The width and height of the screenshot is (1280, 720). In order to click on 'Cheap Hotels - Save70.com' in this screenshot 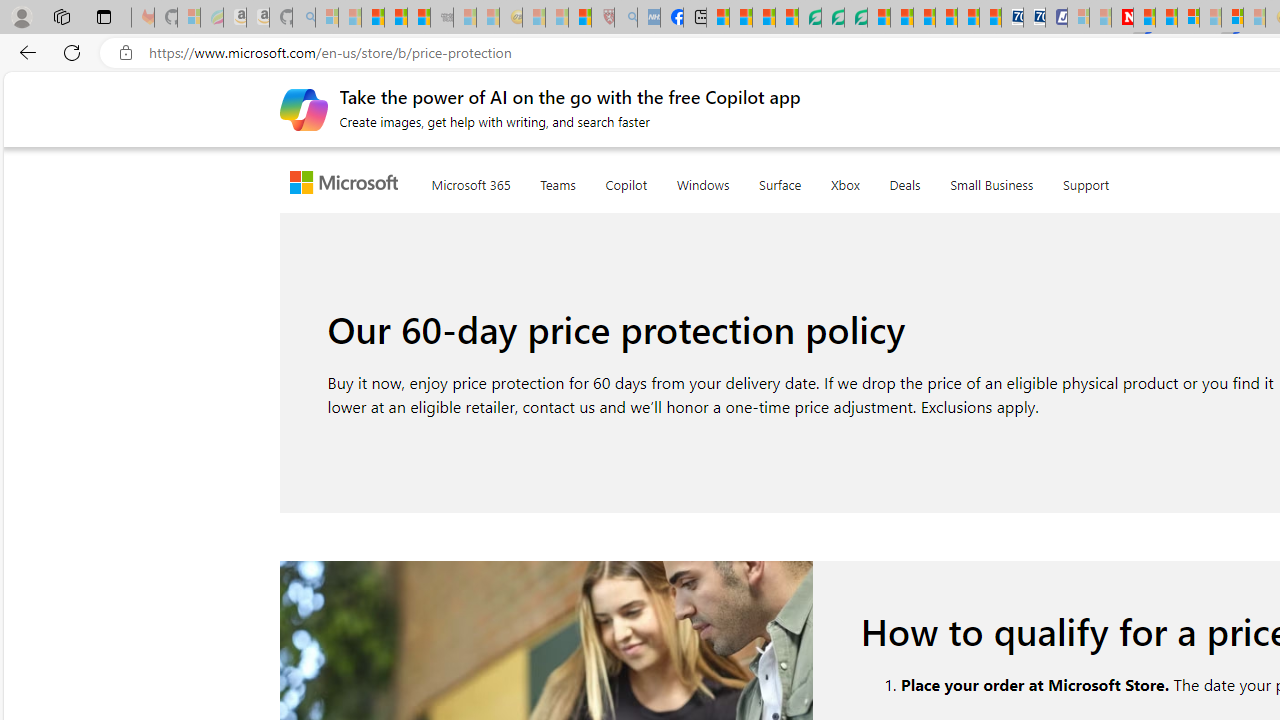, I will do `click(1034, 17)`.